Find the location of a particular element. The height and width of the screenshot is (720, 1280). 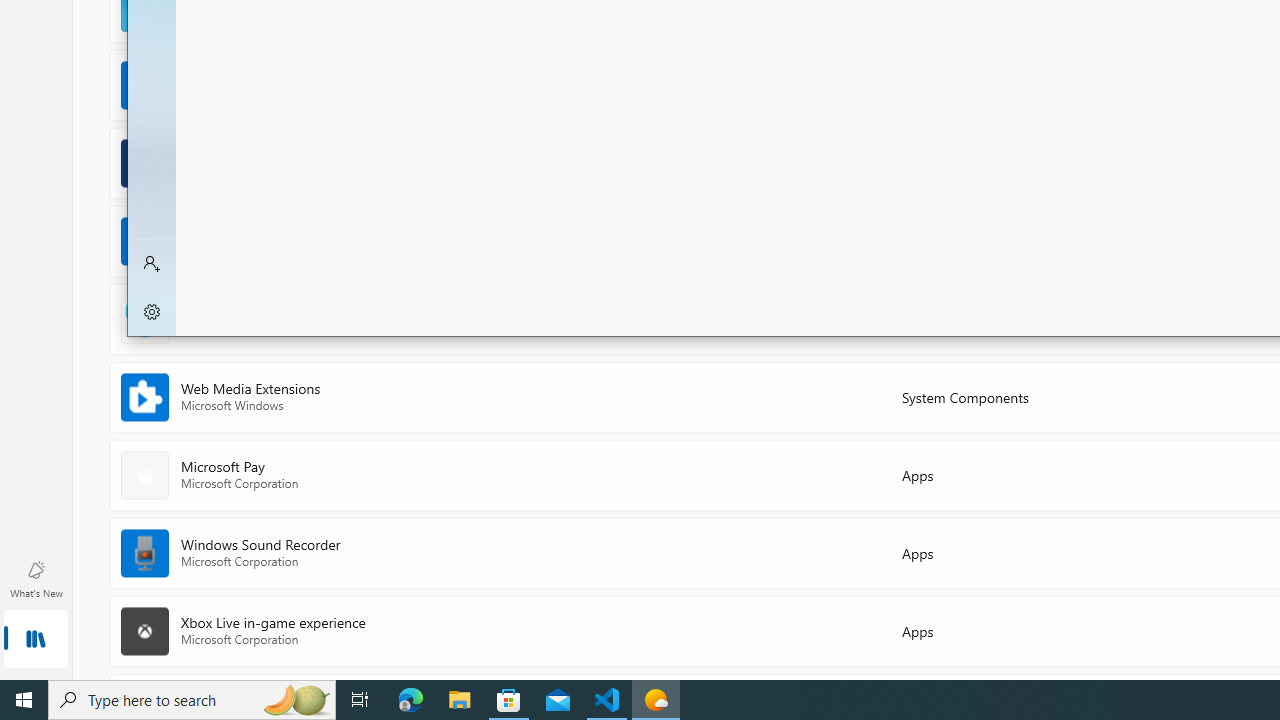

'What' is located at coordinates (35, 578).